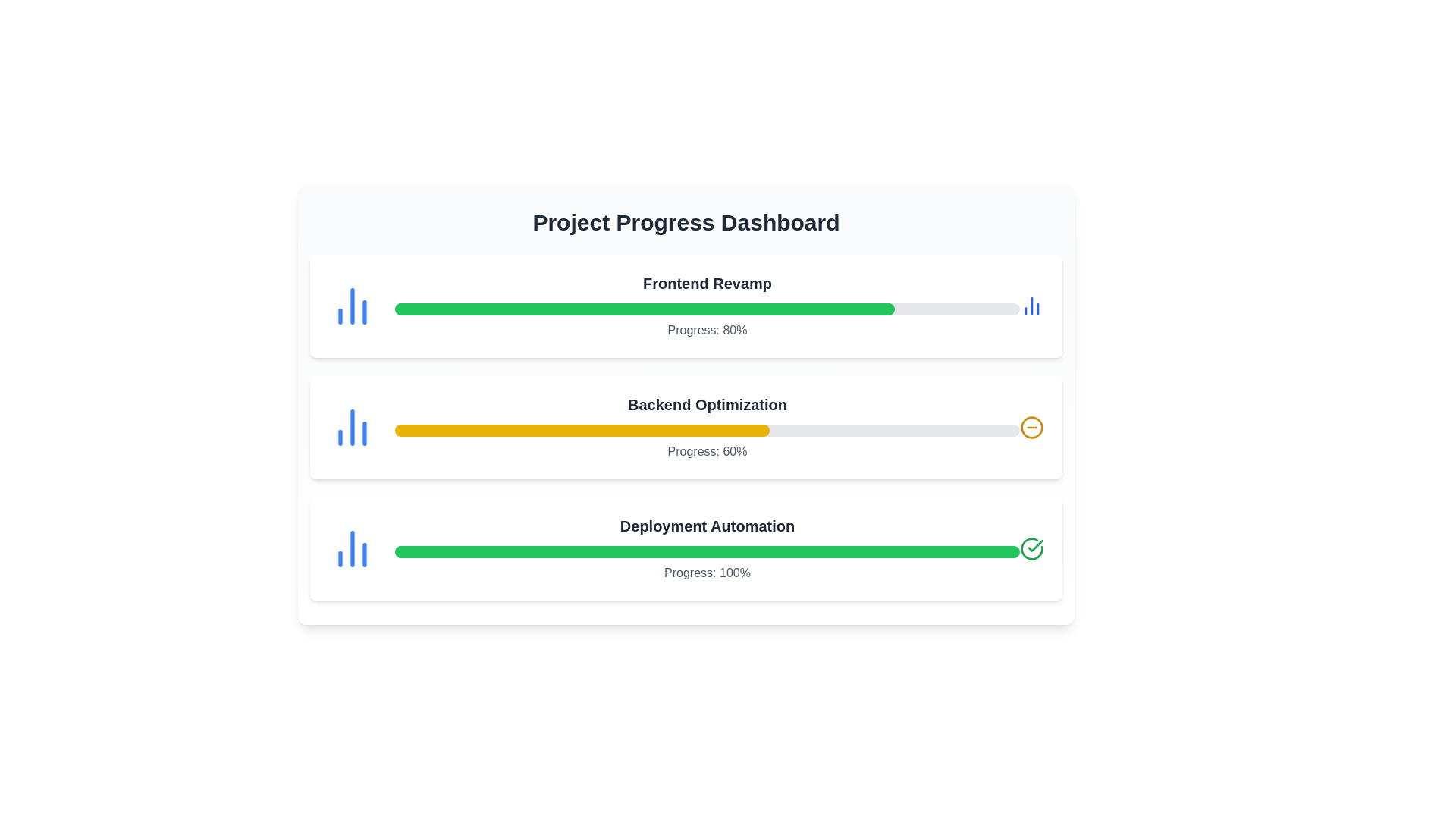 This screenshot has width=1456, height=819. Describe the element at coordinates (706, 552) in the screenshot. I see `the progress value of the progress bar indicating 'Deployment Automation', which shows completion at 100%` at that location.